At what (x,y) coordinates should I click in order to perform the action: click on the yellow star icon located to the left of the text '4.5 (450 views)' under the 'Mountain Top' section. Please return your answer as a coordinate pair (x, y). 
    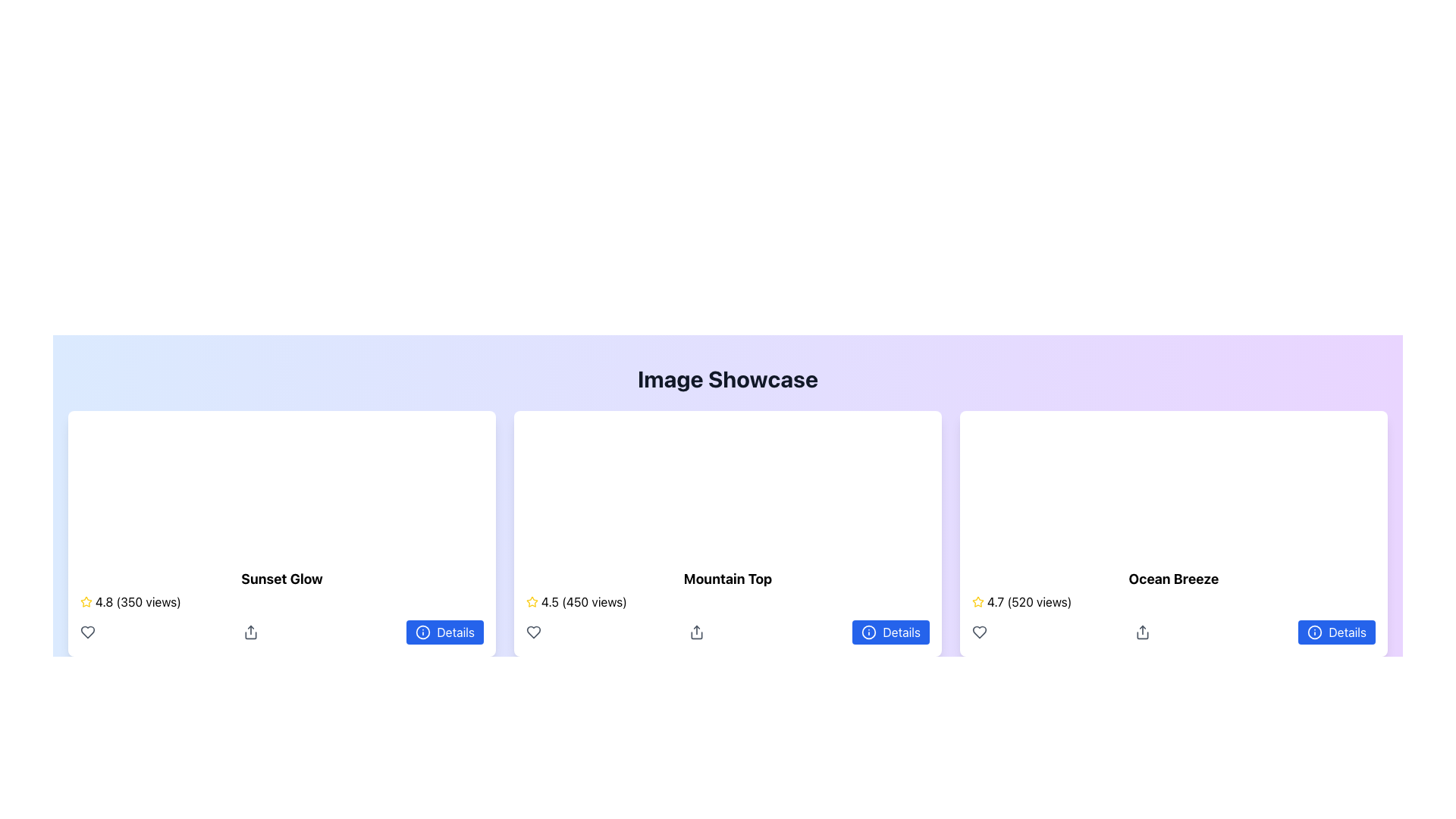
    Looking at the image, I should click on (532, 601).